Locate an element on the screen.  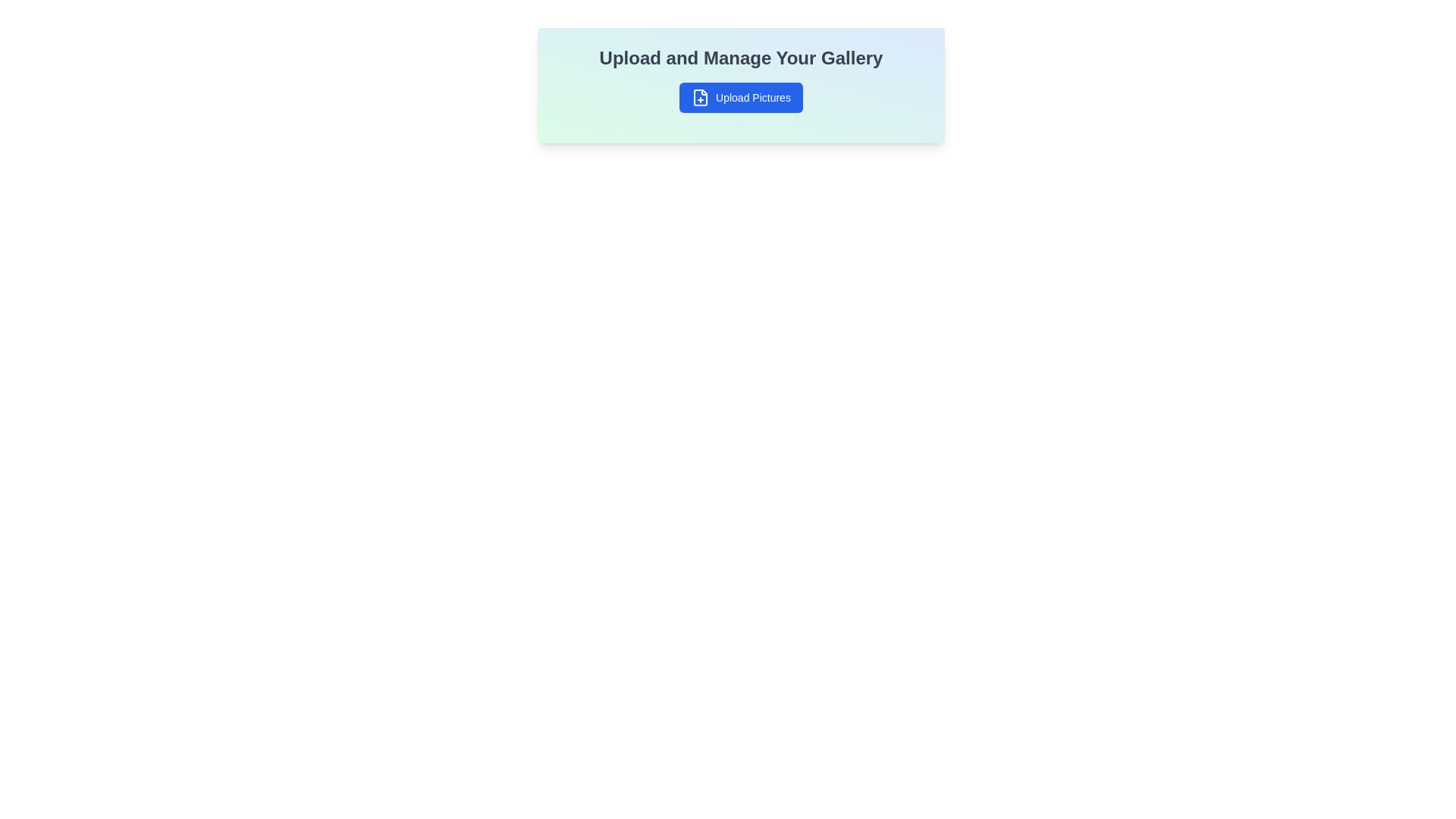
the 'Upload Pictures' button with a blue background and white text to trigger the background color change to a darker blue is located at coordinates (741, 97).